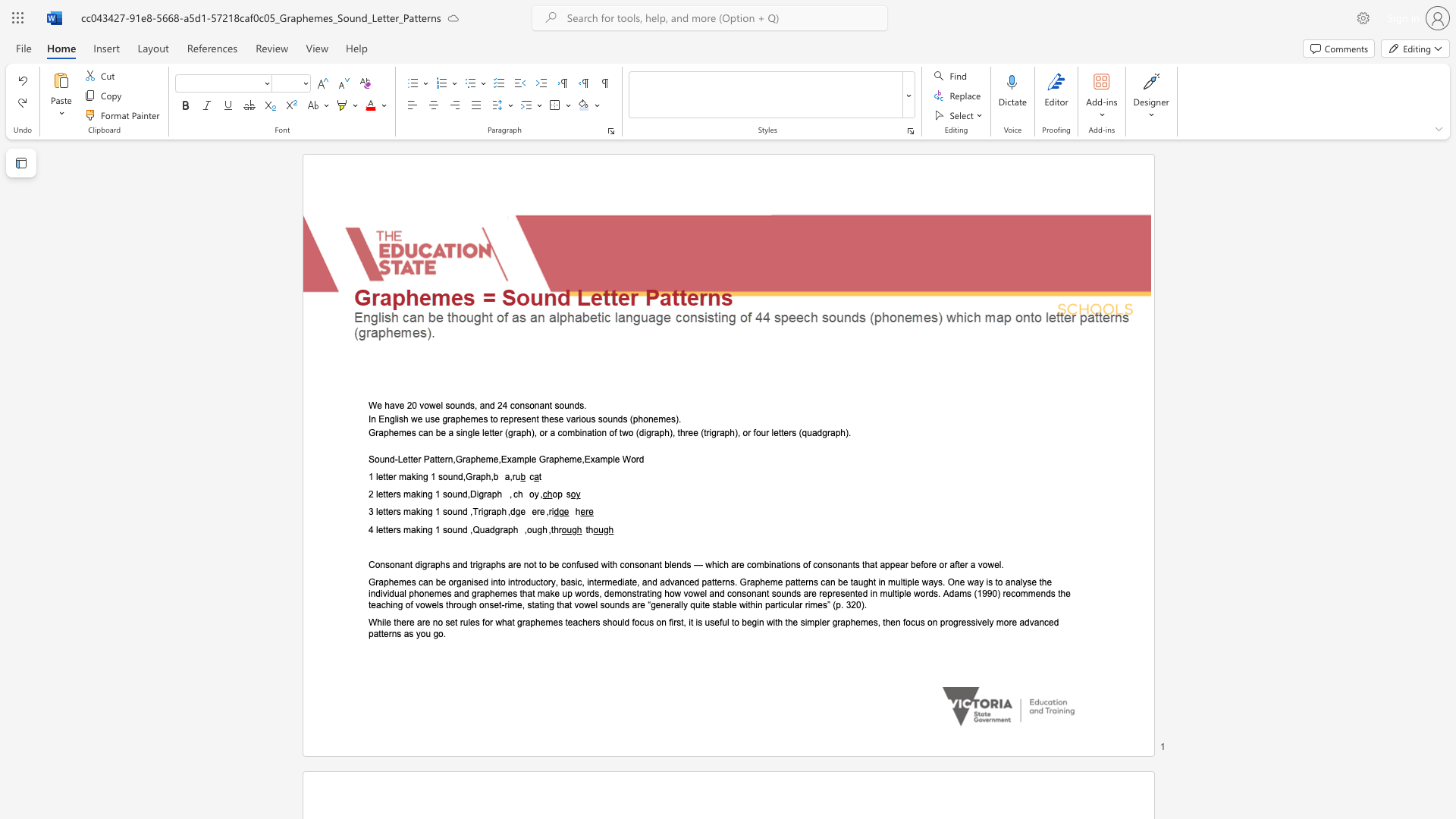 The width and height of the screenshot is (1456, 819). Describe the element at coordinates (482, 459) in the screenshot. I see `the 4th character "e" in the text` at that location.